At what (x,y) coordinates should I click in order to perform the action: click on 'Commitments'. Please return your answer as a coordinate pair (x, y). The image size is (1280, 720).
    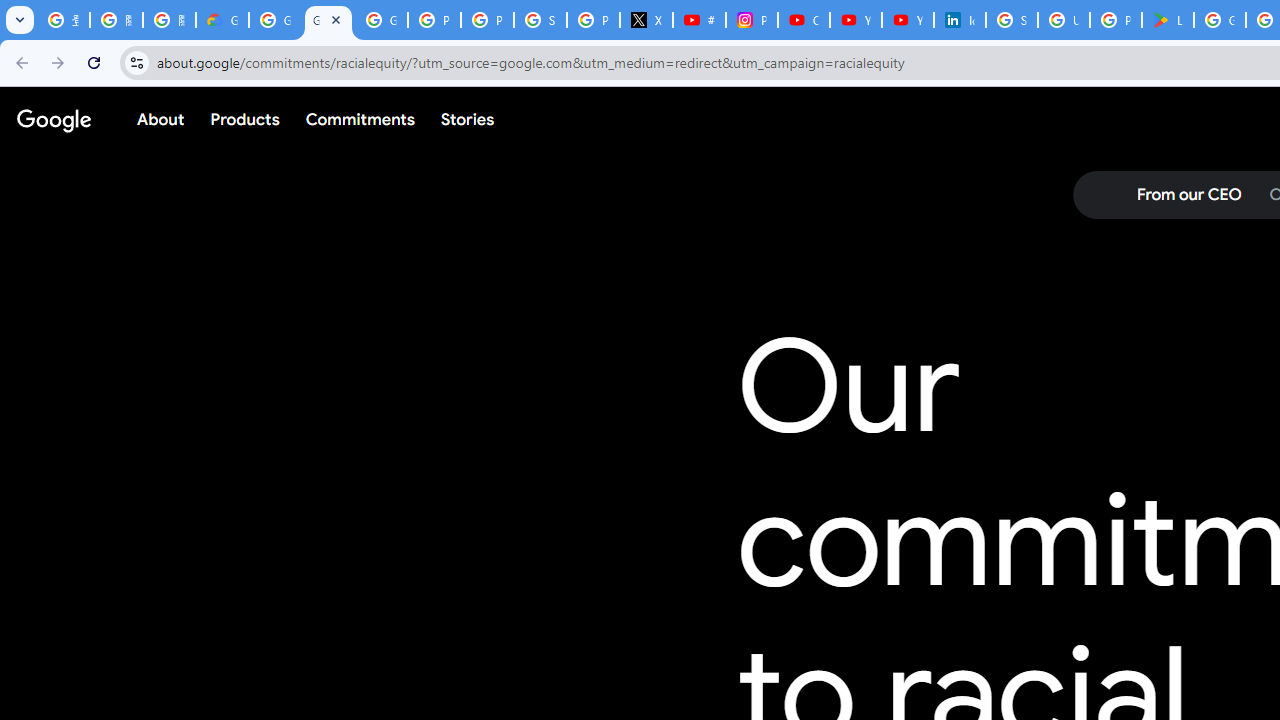
    Looking at the image, I should click on (359, 119).